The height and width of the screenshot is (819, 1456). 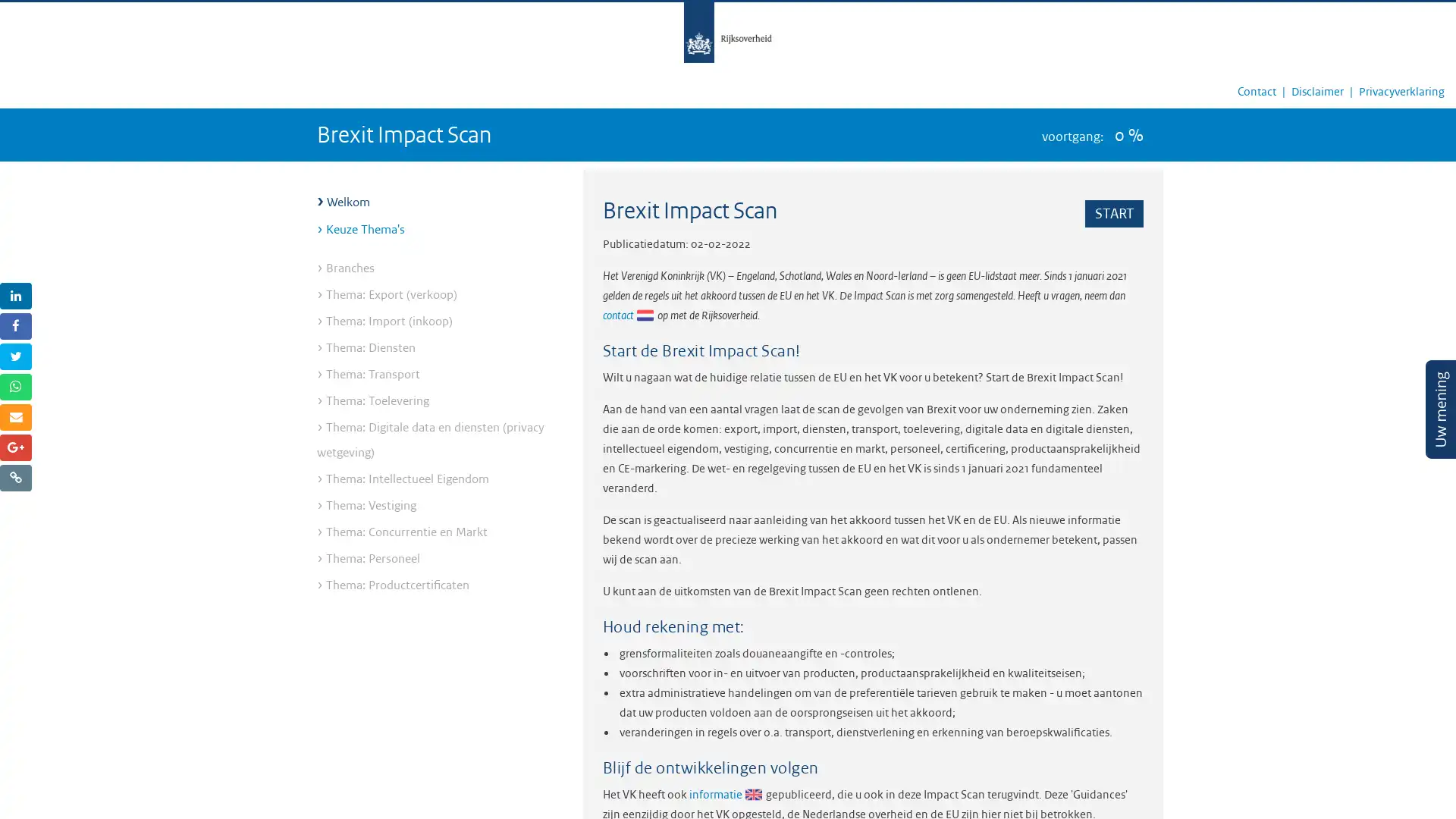 I want to click on Thema: Digitale data en diensten (privacy wetgeving), so click(x=436, y=439).